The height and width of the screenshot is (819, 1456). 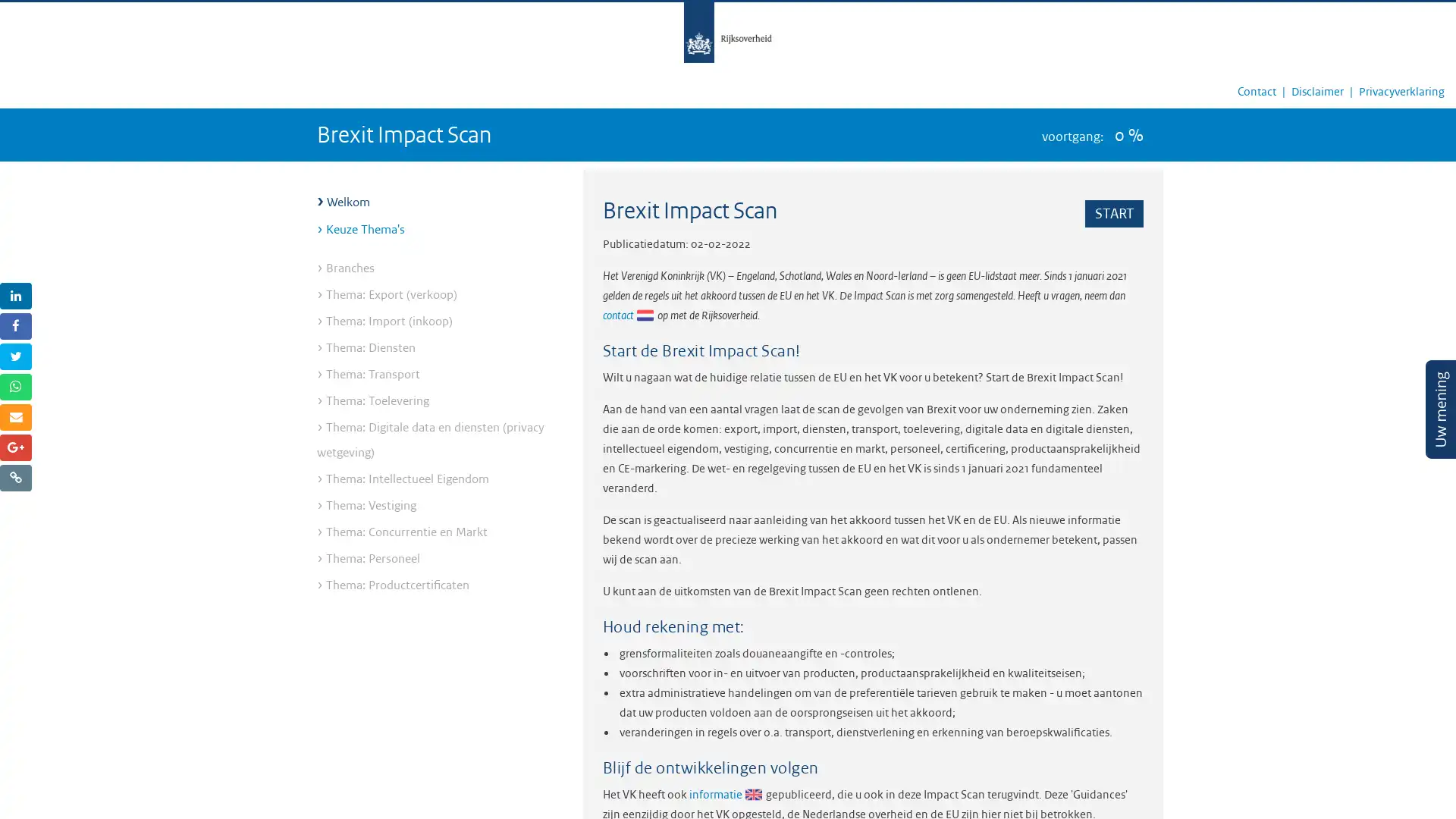 I want to click on Thema: Digitale data en diensten (privacy wetgeving), so click(x=436, y=439).